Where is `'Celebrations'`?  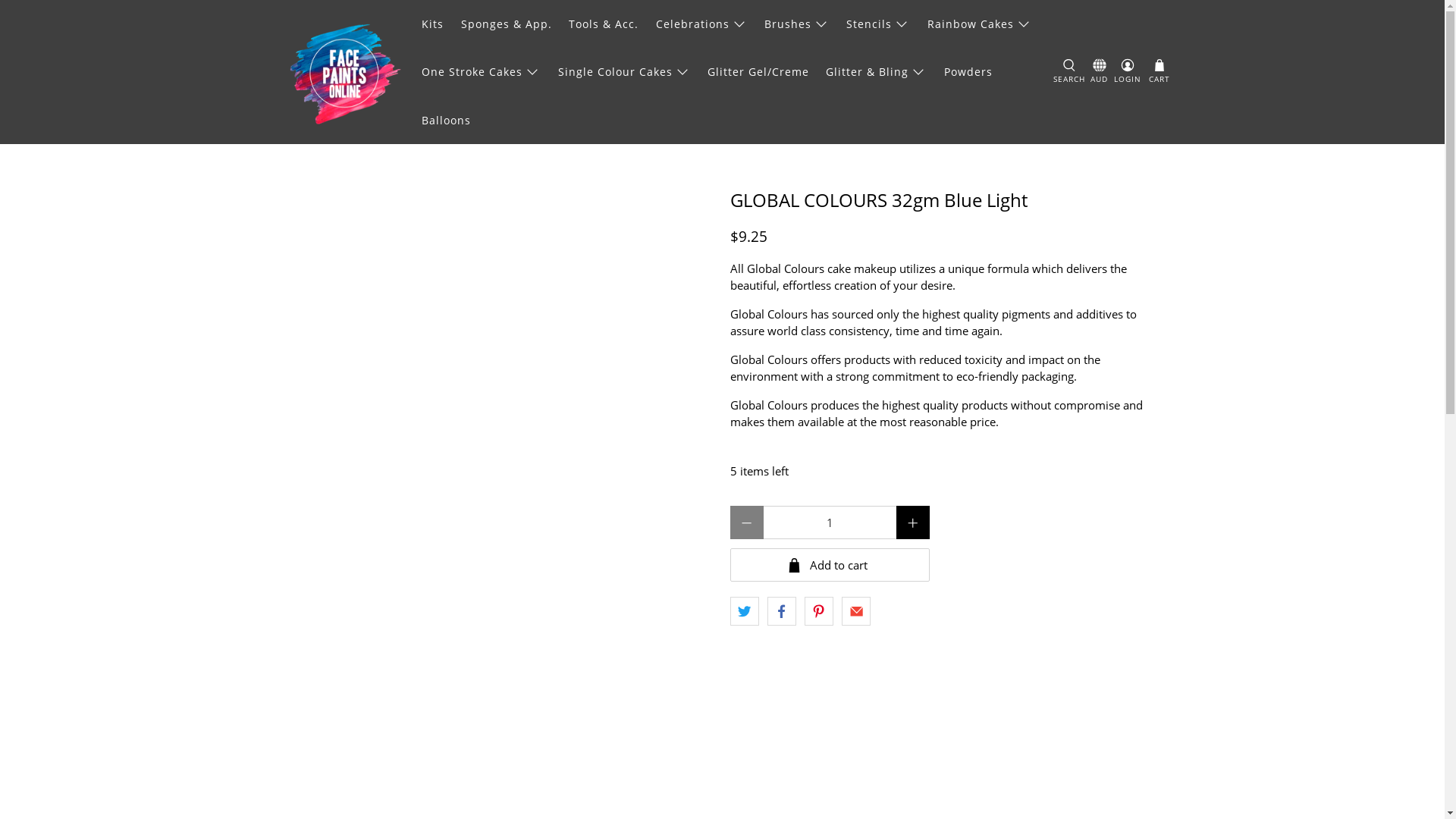
'Celebrations' is located at coordinates (701, 24).